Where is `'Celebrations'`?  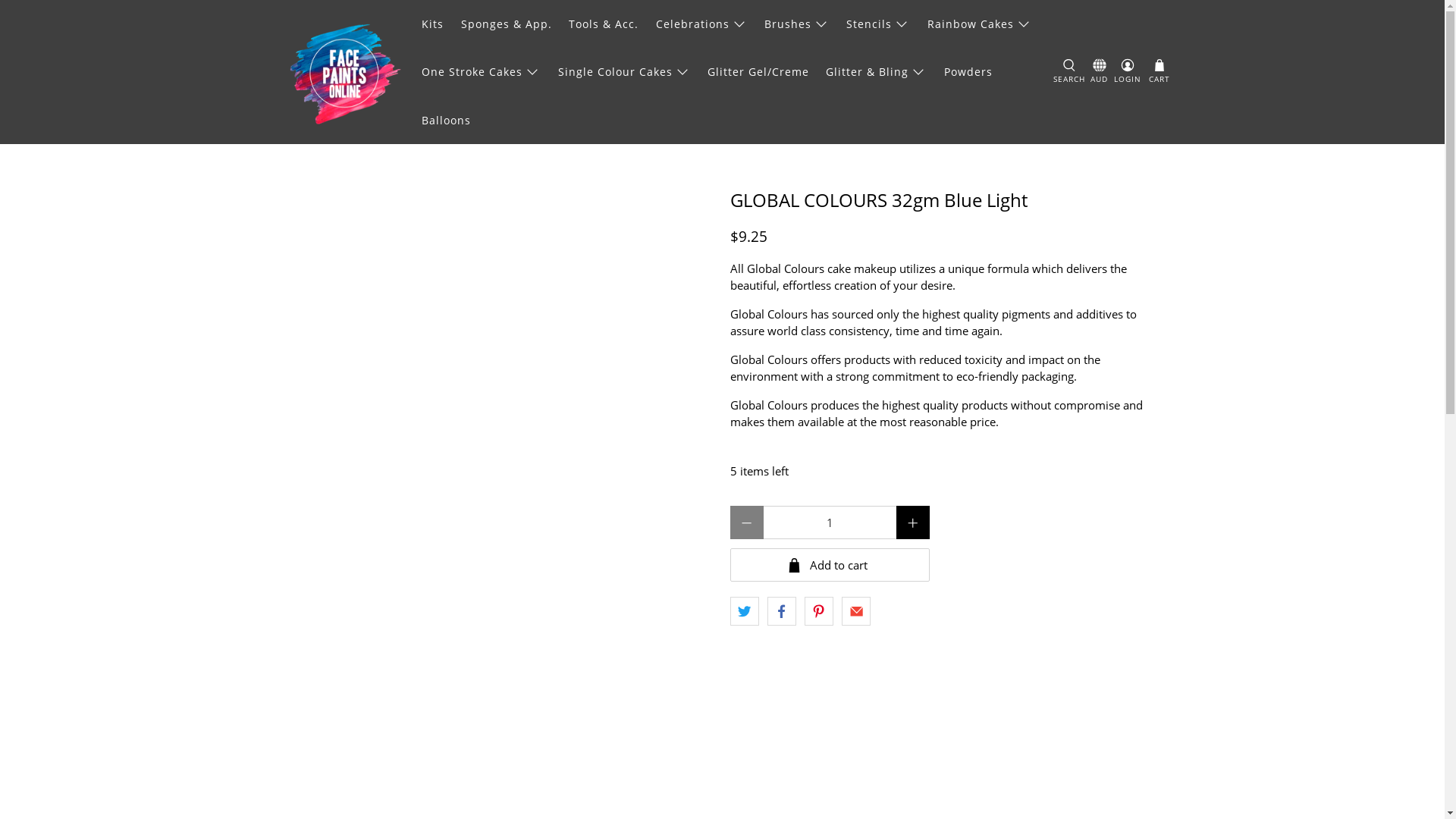
'Celebrations' is located at coordinates (701, 24).